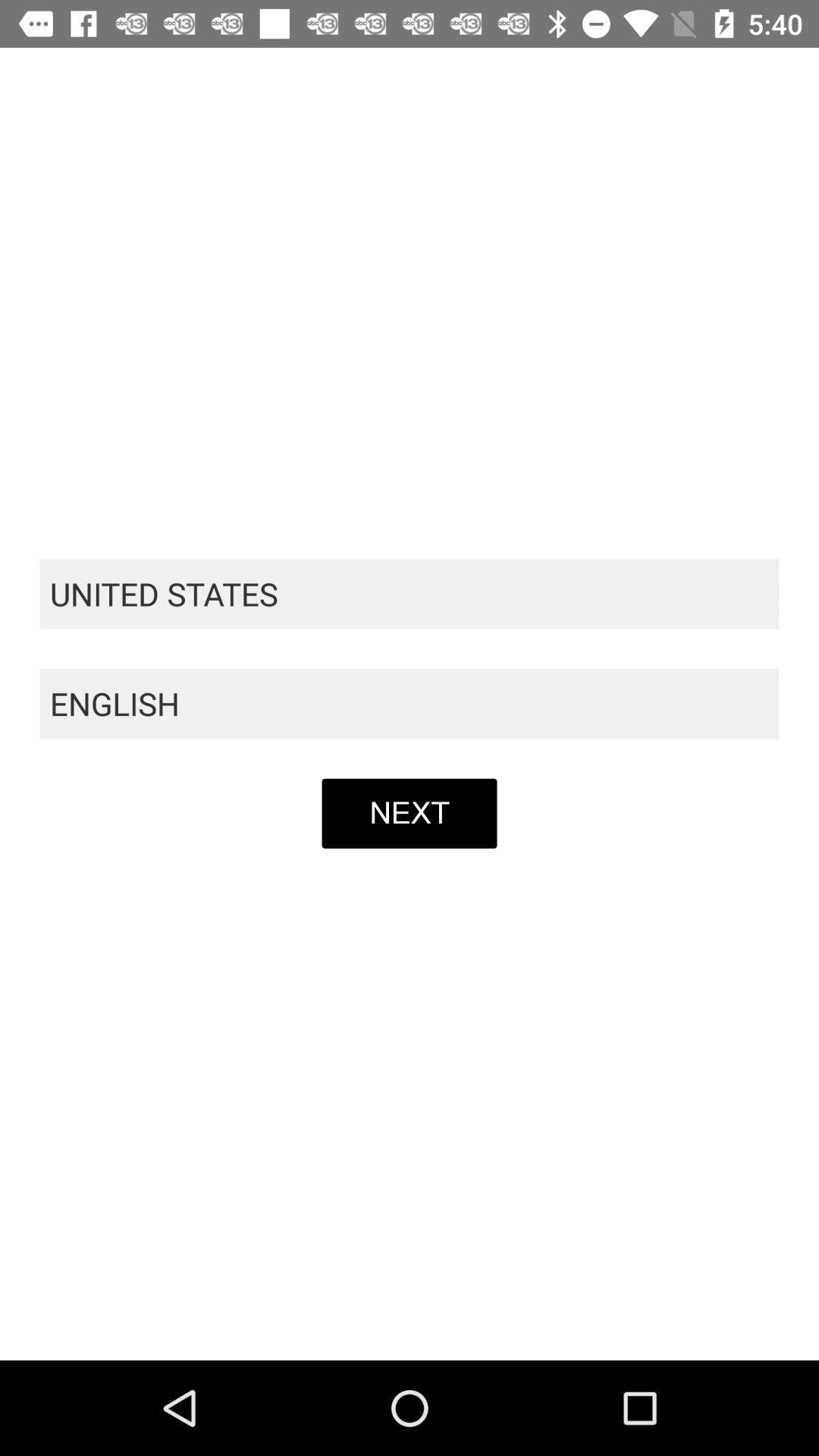  I want to click on item below the united states, so click(409, 703).